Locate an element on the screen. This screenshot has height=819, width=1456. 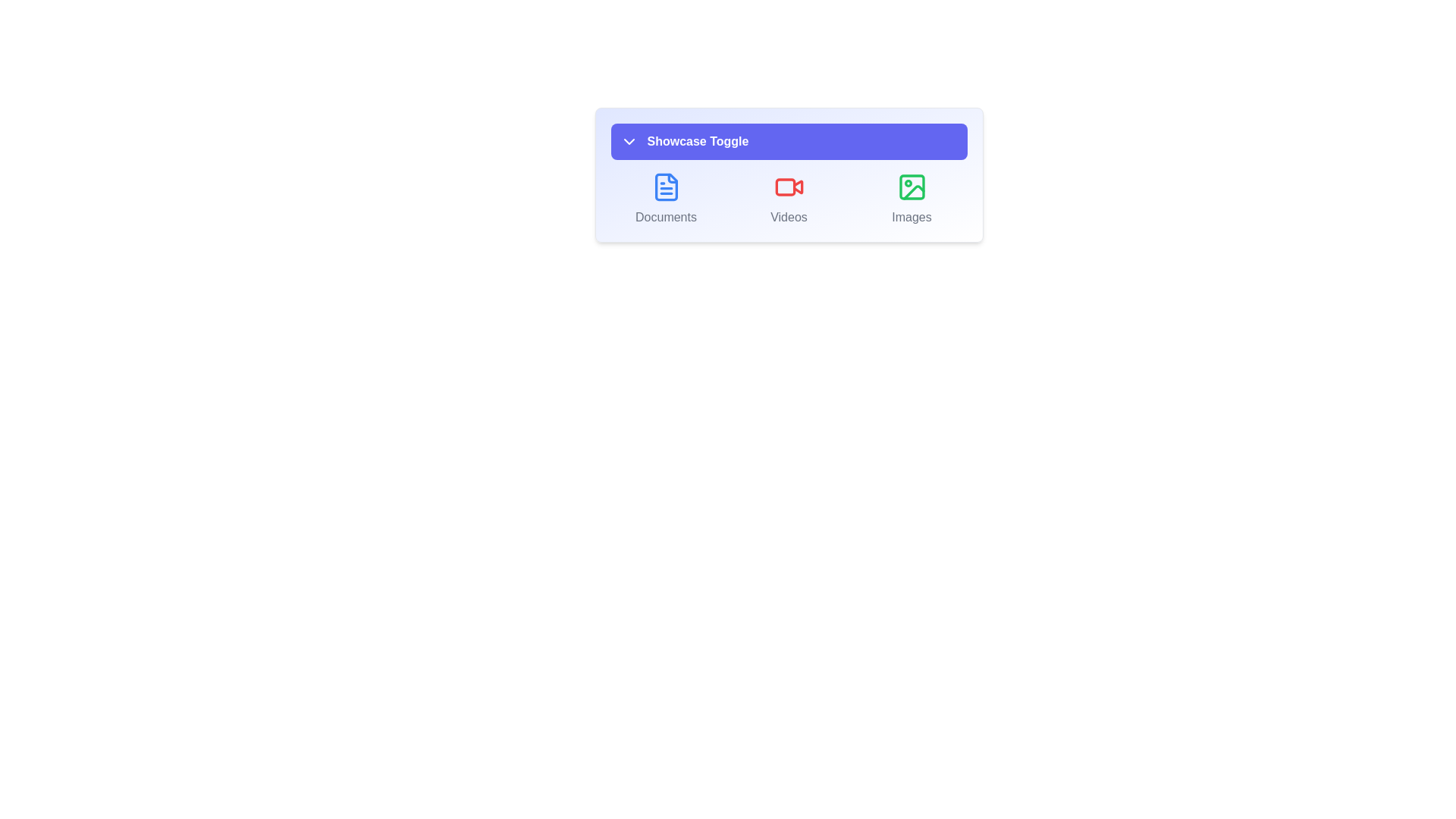
the bold text label displaying 'Showcase Toggle' on the blue background, located at the top of the group of icons labeled 'Documents', 'Videos', and 'Images' is located at coordinates (697, 141).